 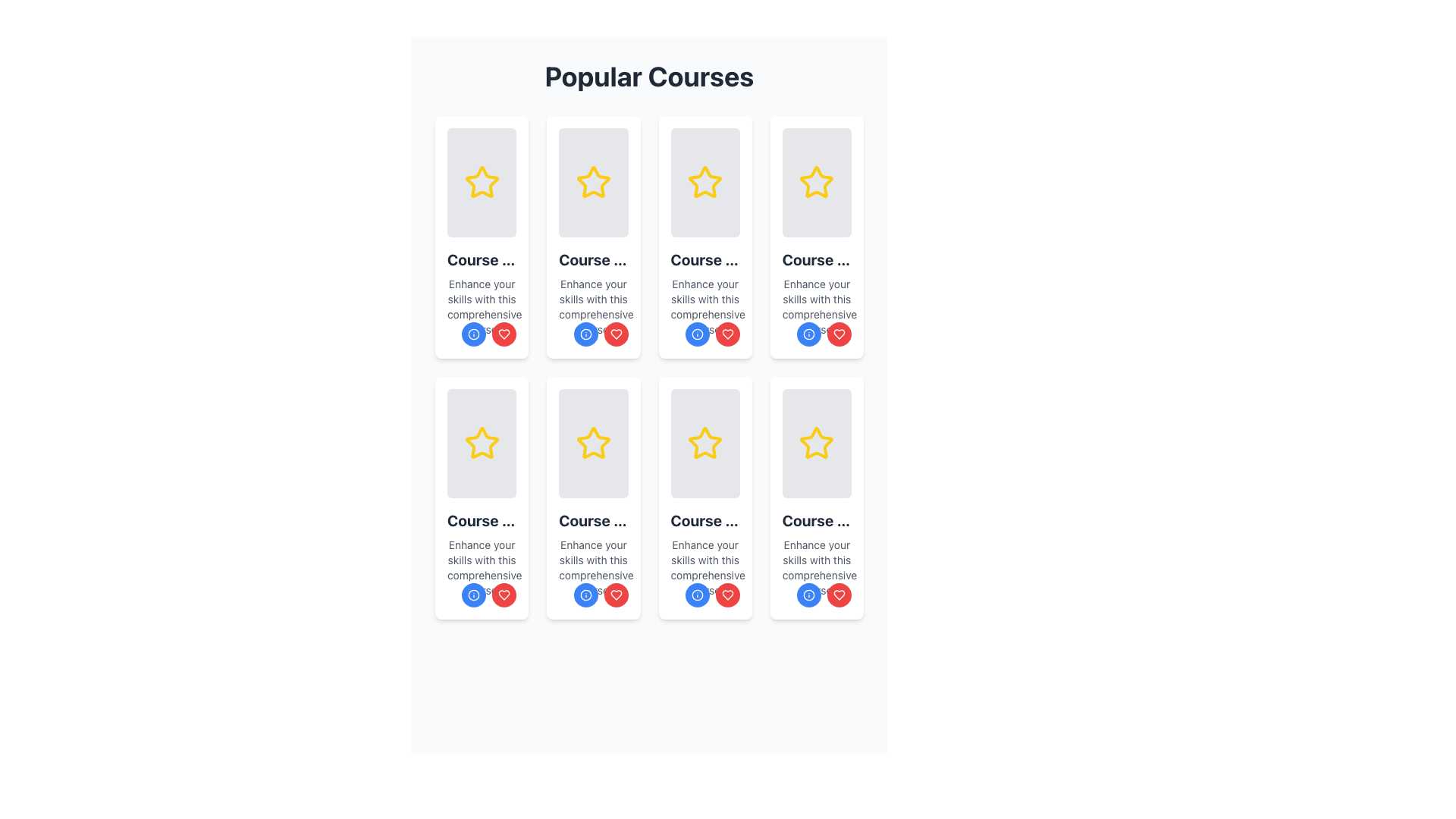 What do you see at coordinates (839, 595) in the screenshot?
I see `the heart-like icon` at bounding box center [839, 595].